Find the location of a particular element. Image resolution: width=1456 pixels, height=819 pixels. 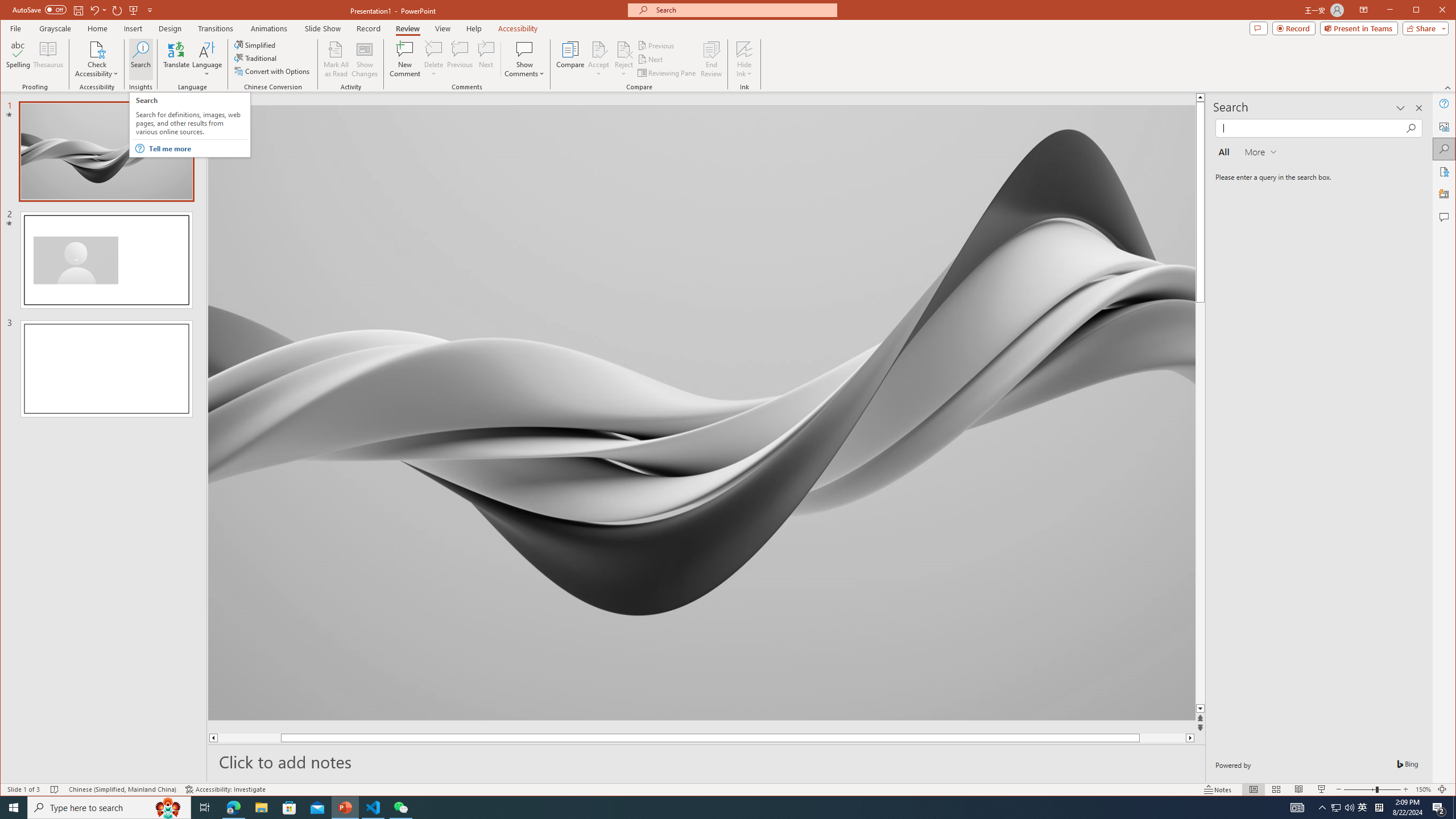

'Reviewing Pane' is located at coordinates (667, 72).